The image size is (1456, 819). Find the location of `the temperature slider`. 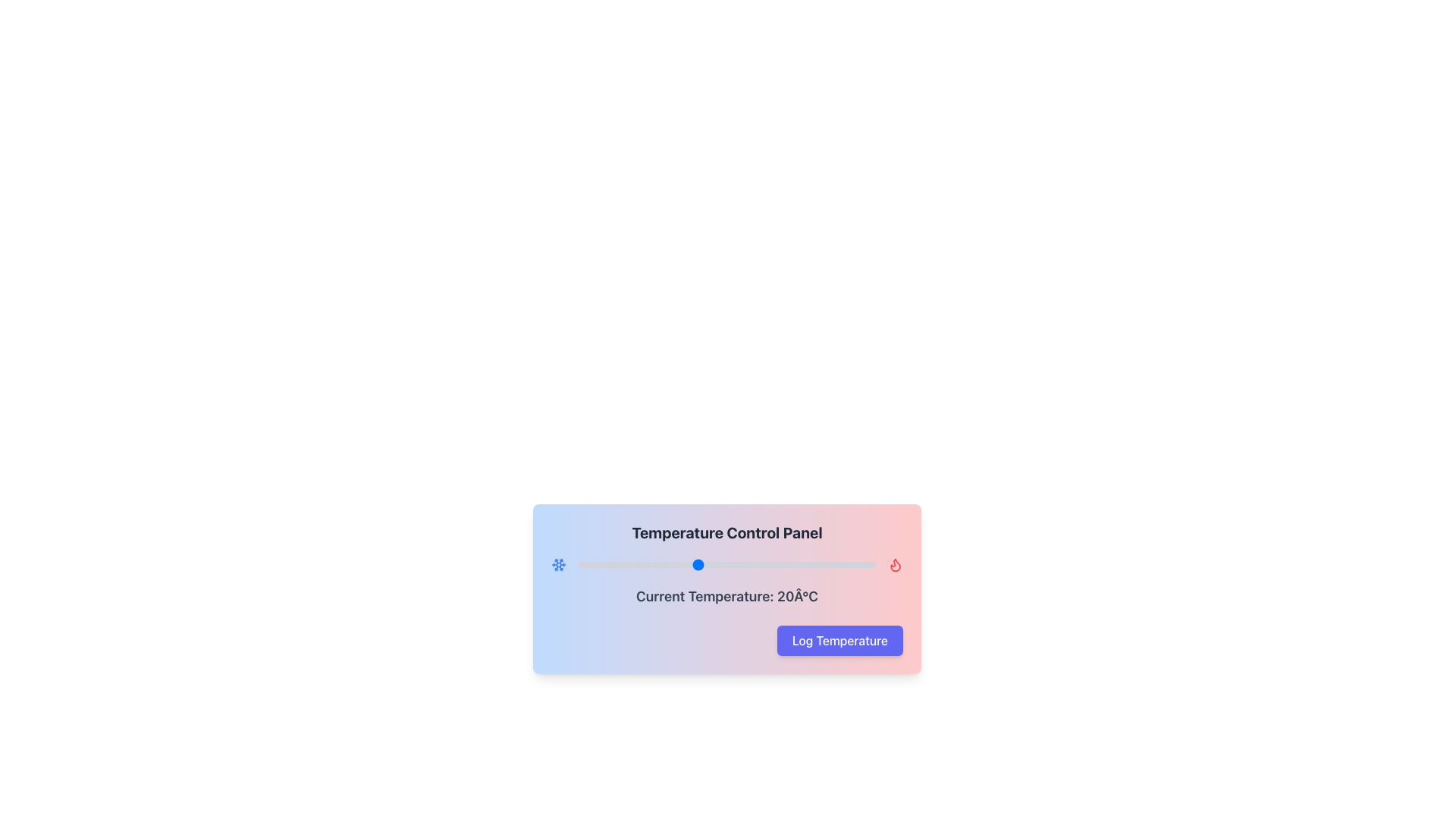

the temperature slider is located at coordinates (608, 564).